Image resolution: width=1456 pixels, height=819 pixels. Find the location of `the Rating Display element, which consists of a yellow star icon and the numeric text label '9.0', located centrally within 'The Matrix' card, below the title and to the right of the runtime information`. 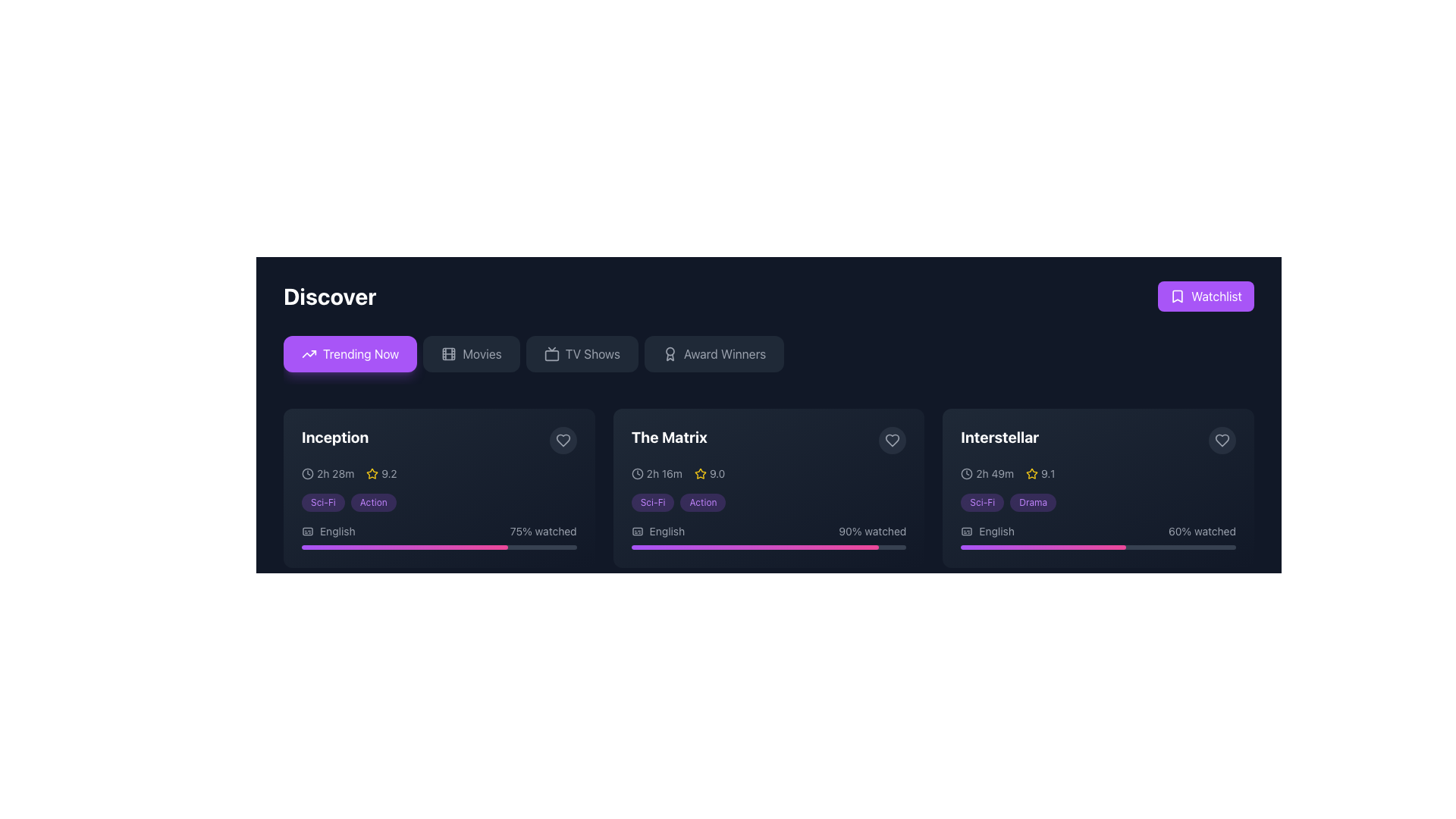

the Rating Display element, which consists of a yellow star icon and the numeric text label '9.0', located centrally within 'The Matrix' card, below the title and to the right of the runtime information is located at coordinates (709, 472).